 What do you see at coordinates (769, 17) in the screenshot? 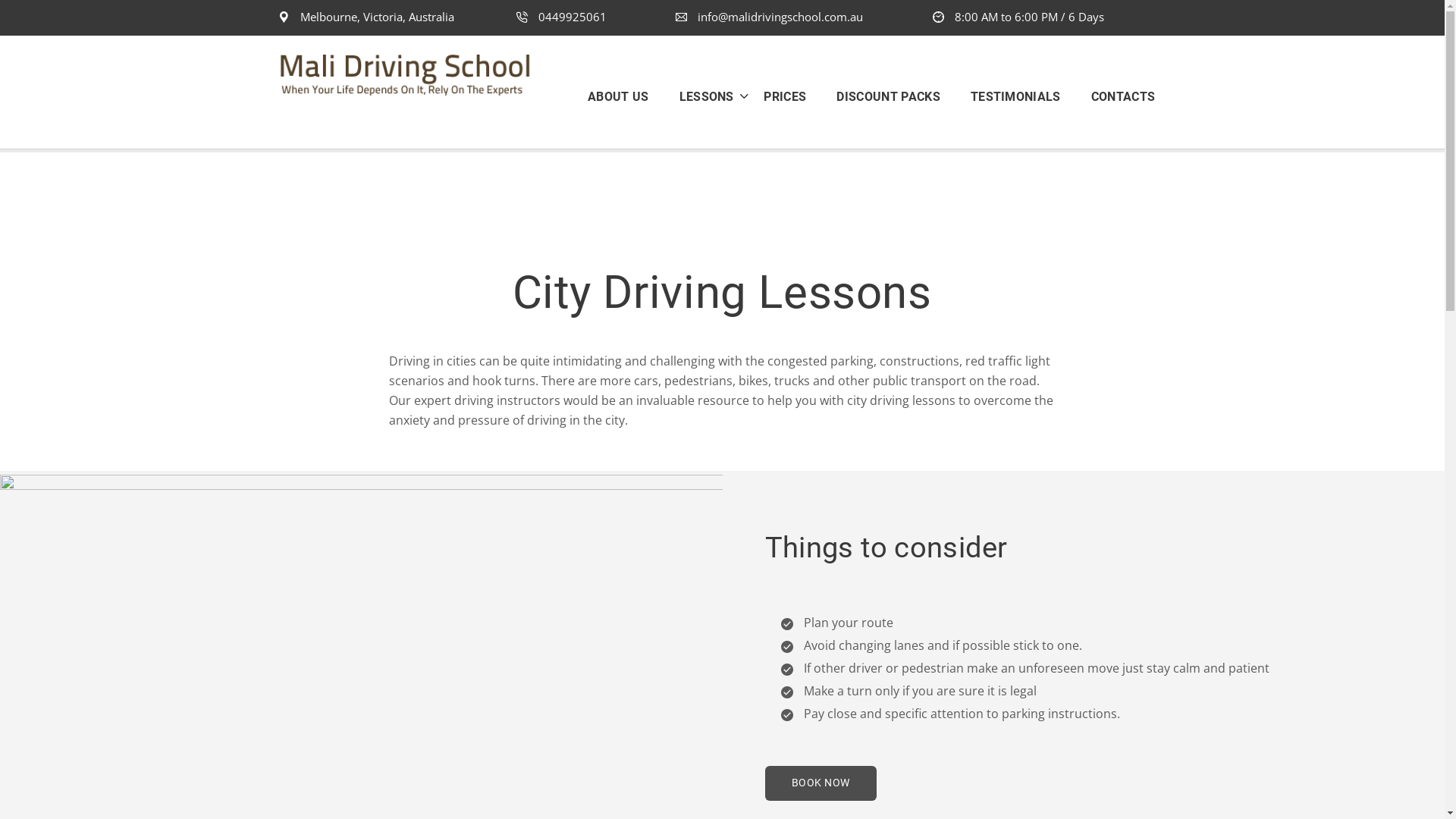
I see `'info@malidrivingschool.com.au'` at bounding box center [769, 17].